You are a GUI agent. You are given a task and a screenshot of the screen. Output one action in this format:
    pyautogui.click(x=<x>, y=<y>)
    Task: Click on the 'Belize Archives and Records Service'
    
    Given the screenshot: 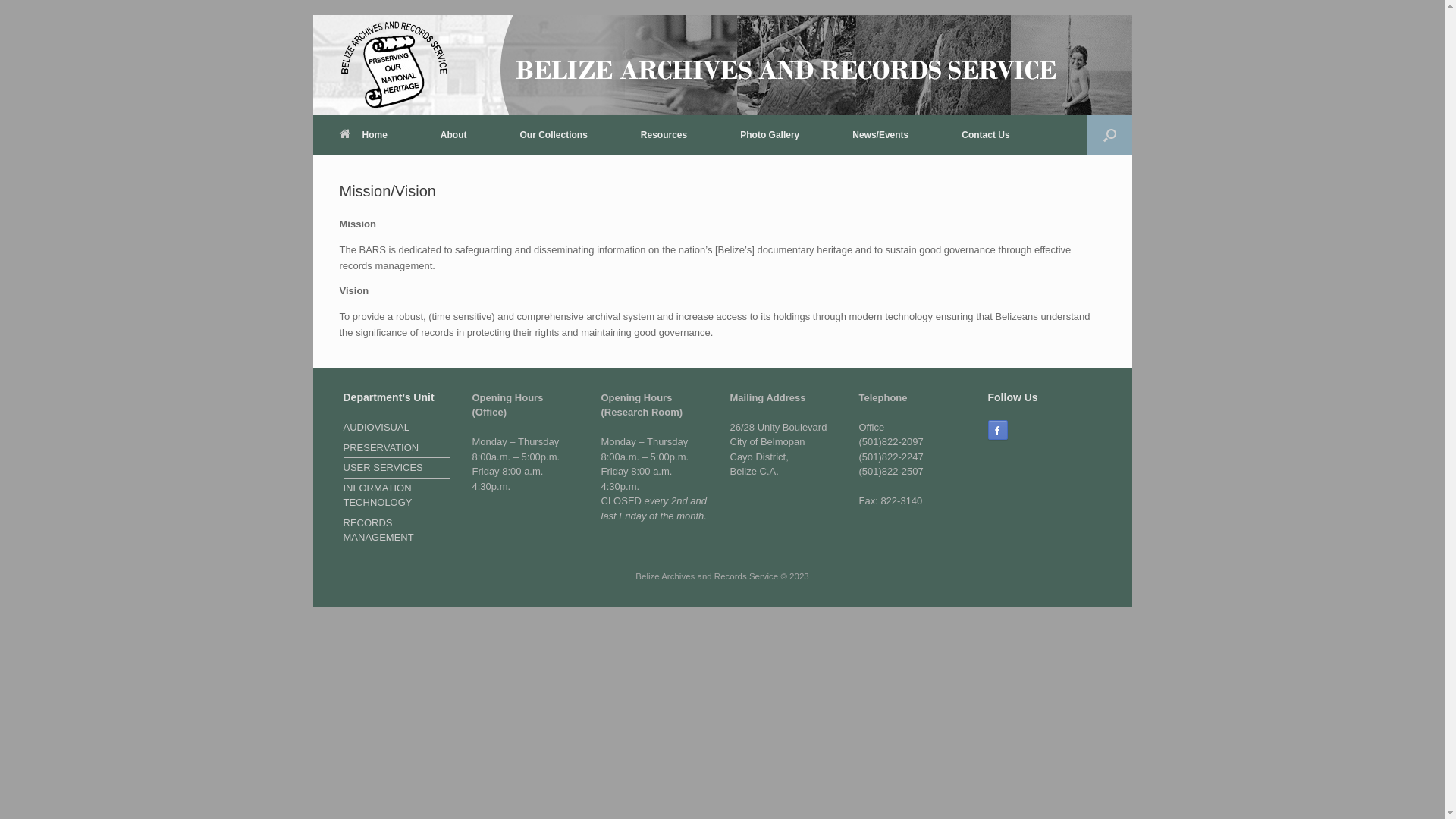 What is the action you would take?
    pyautogui.click(x=394, y=64)
    